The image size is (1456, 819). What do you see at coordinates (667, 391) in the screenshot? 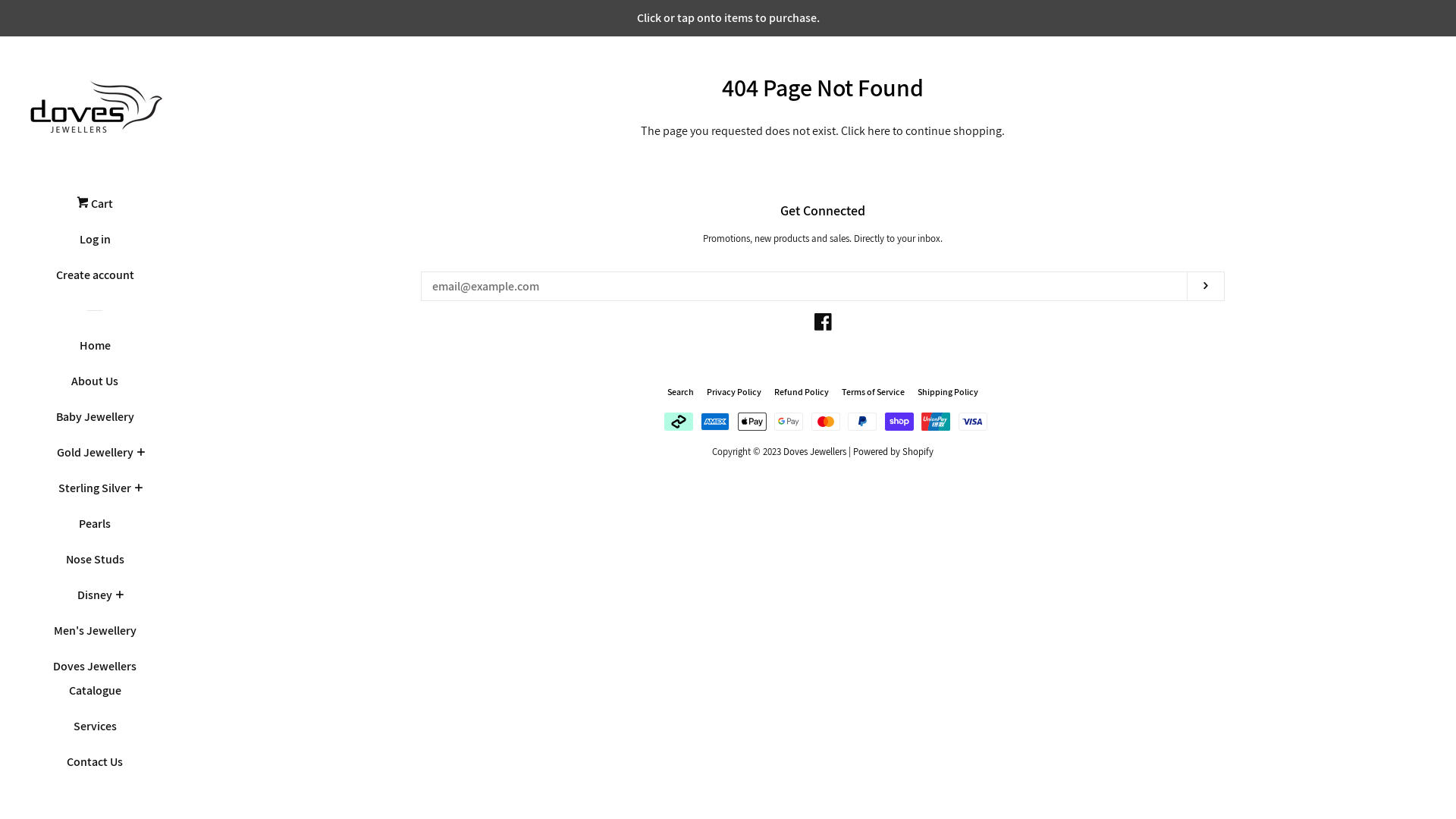
I see `'Search'` at bounding box center [667, 391].